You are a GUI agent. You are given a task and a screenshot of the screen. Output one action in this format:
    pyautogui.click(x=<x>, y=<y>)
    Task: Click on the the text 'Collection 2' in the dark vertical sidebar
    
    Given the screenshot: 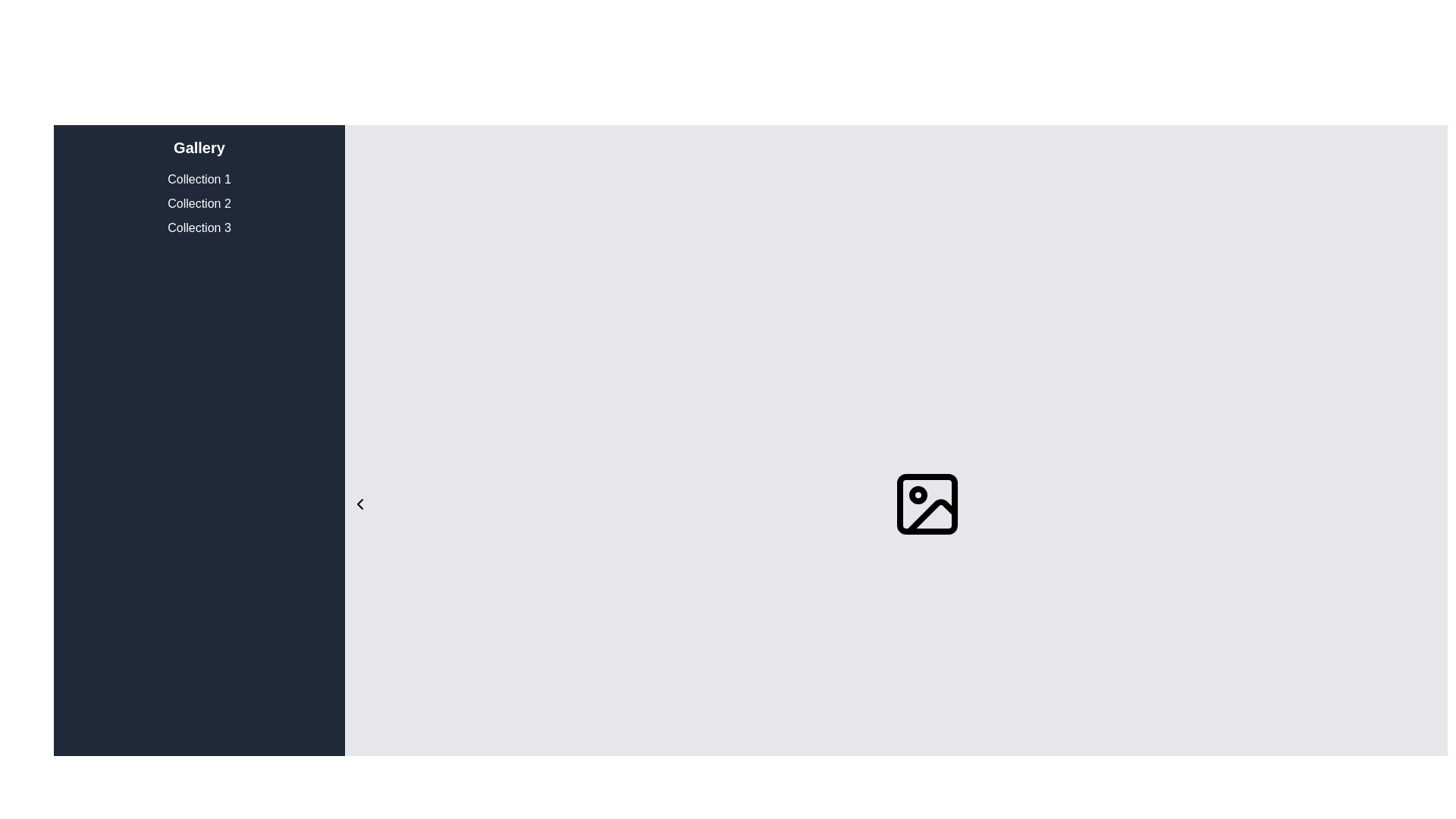 What is the action you would take?
    pyautogui.click(x=199, y=203)
    